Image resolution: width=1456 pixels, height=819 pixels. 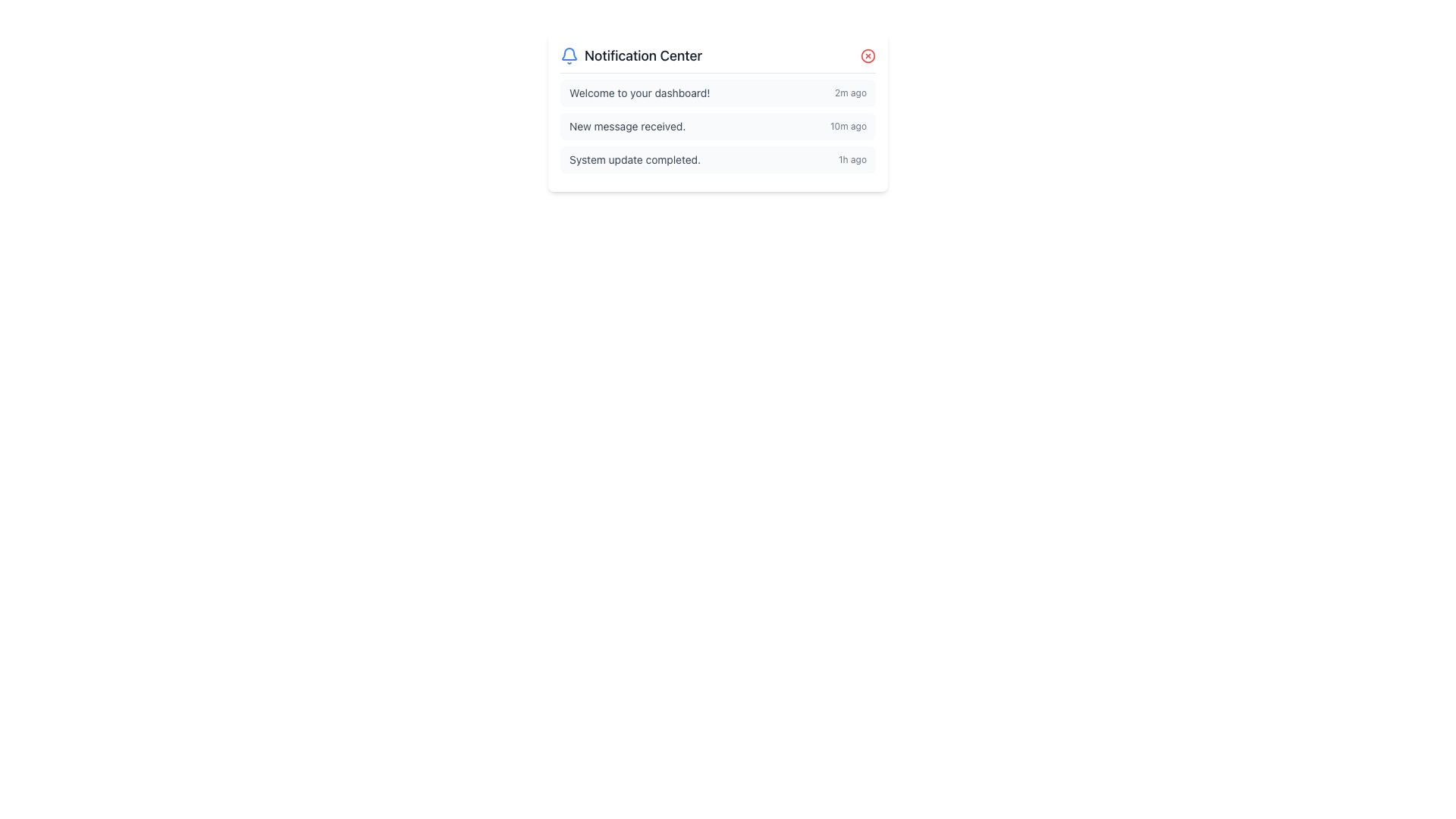 What do you see at coordinates (717, 160) in the screenshot?
I see `the notification entry displaying 'System update completed.' at the bottom of the notification center panel` at bounding box center [717, 160].